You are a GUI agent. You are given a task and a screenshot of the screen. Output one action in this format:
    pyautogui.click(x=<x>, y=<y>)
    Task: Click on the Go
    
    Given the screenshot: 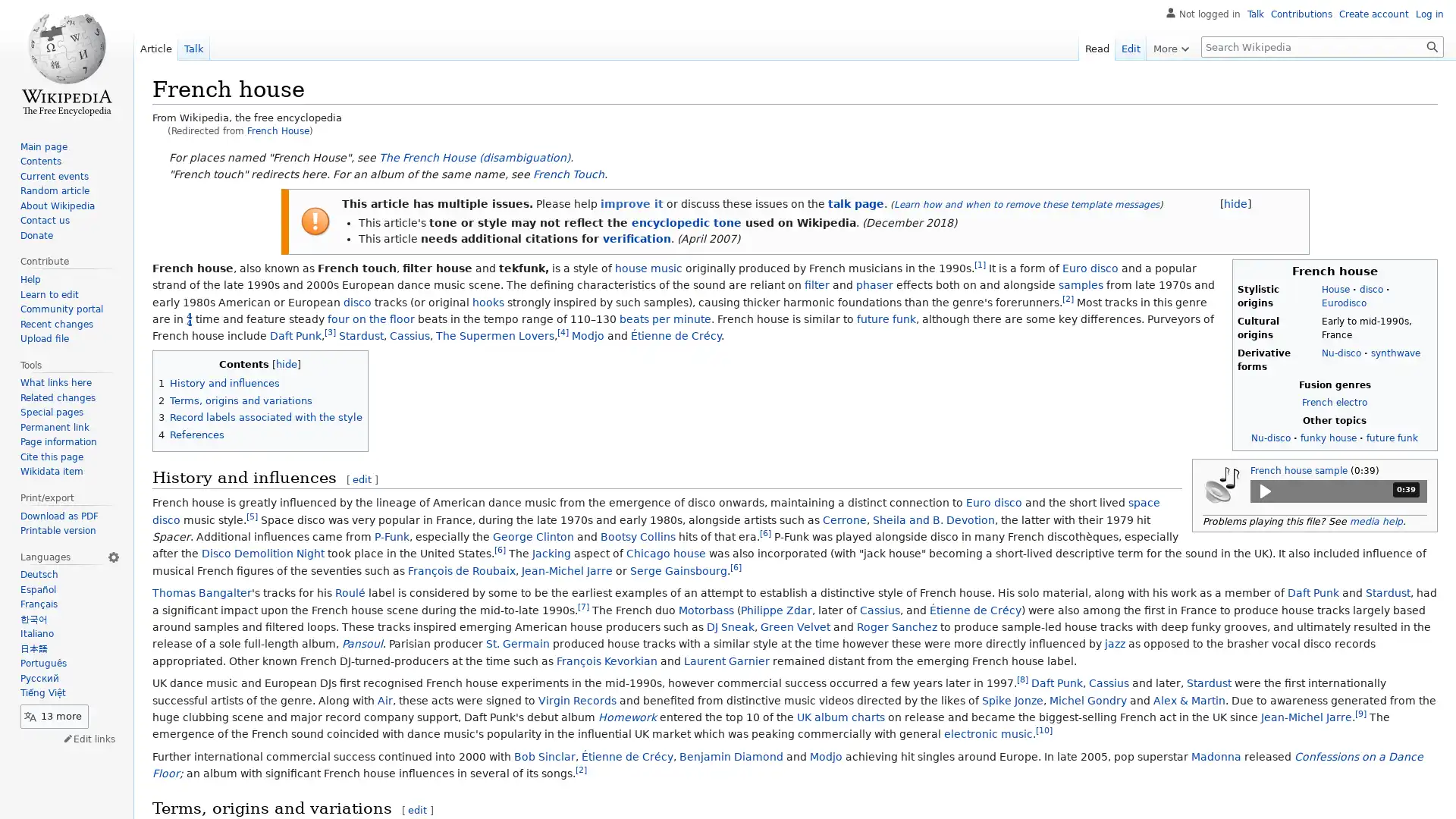 What is the action you would take?
    pyautogui.click(x=1432, y=45)
    